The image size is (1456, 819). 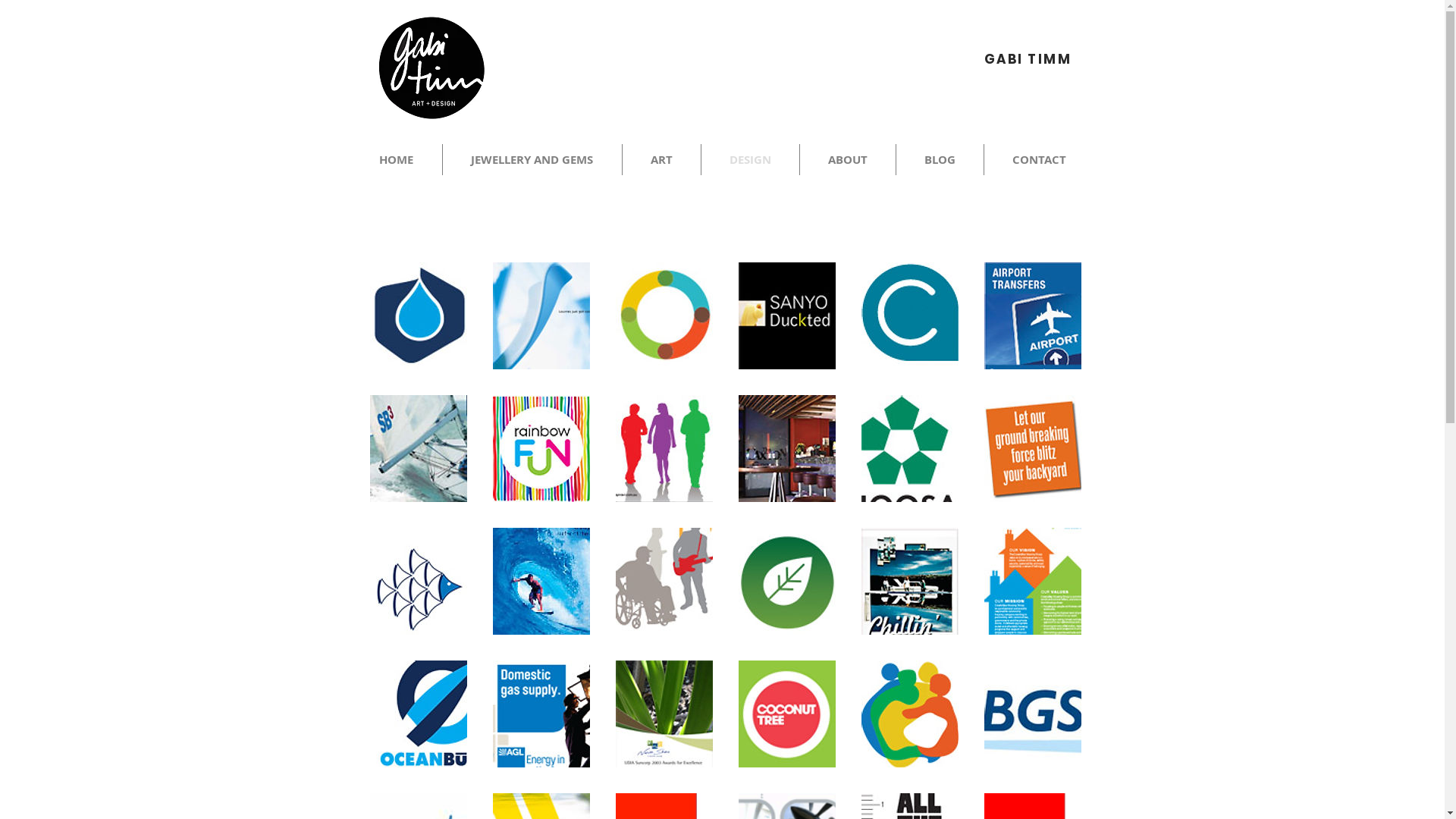 What do you see at coordinates (939, 159) in the screenshot?
I see `'BLOG'` at bounding box center [939, 159].